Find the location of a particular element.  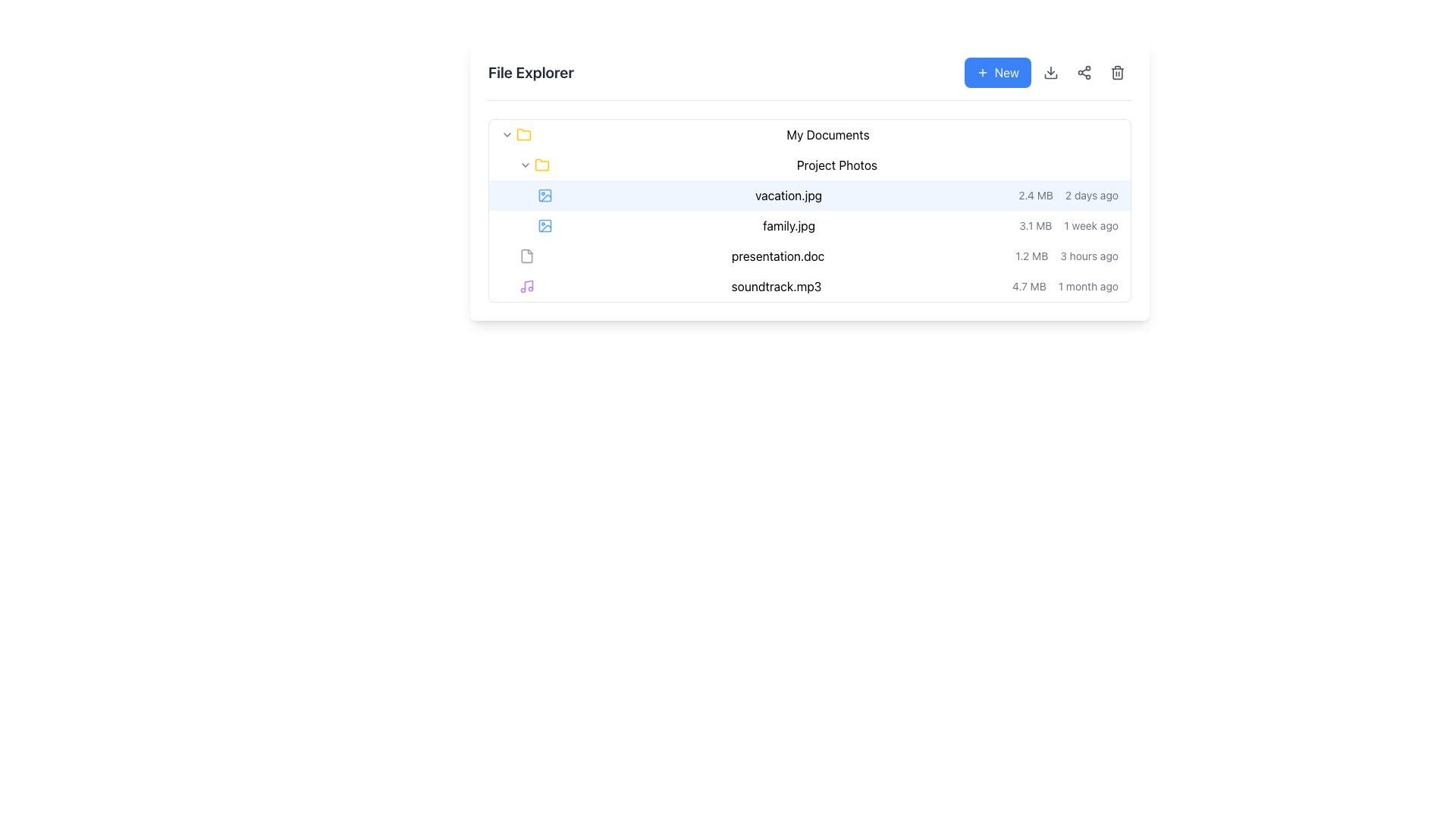

the folder icon representing the 'Project Photos' folder in the file explorer is located at coordinates (542, 164).